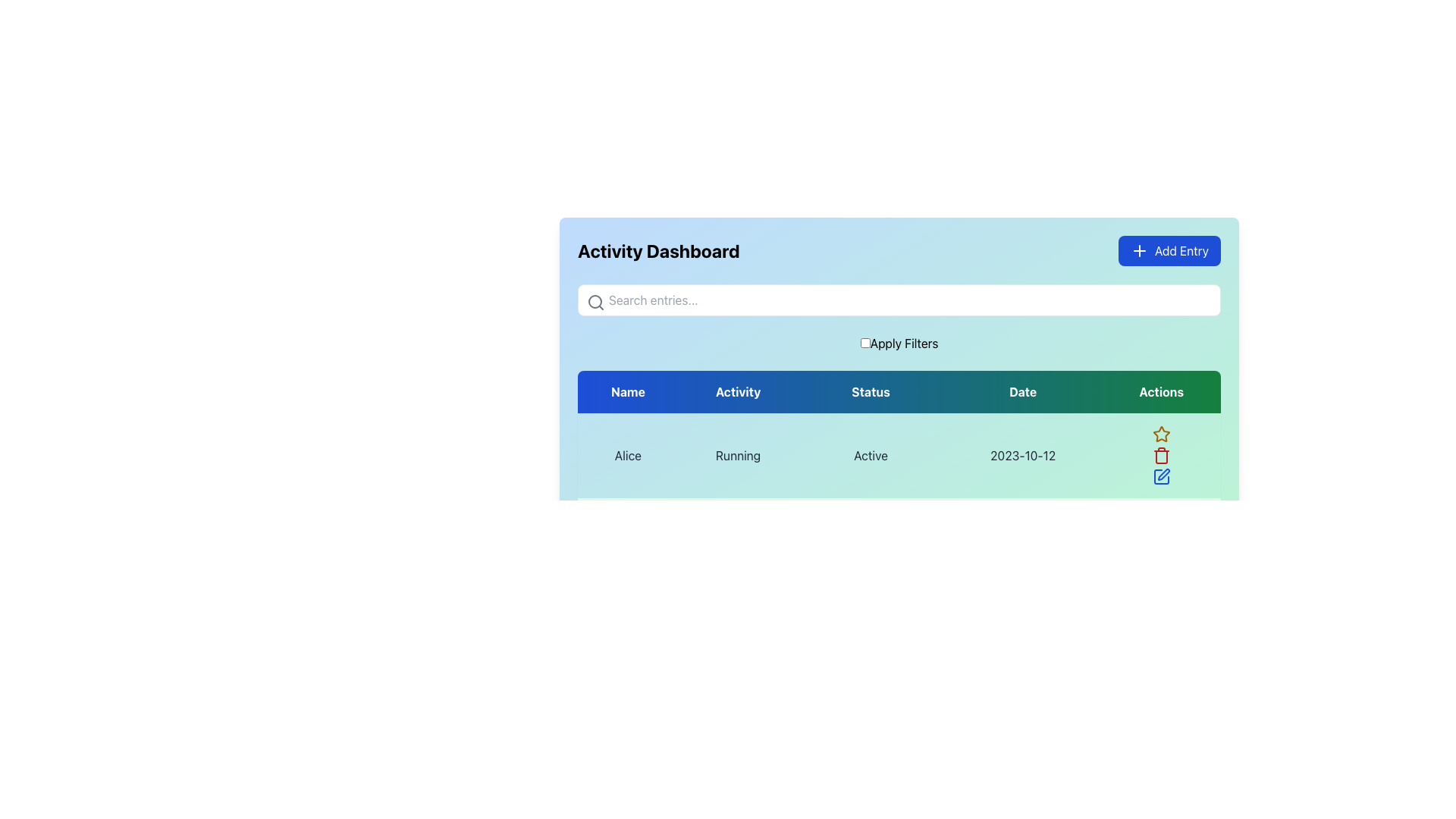  What do you see at coordinates (1160, 455) in the screenshot?
I see `the vertically arranged group of three interactive icons (yellow star, red trash bin, blue pencil) in the 'Actions' column of the table for the entry 'Alice'` at bounding box center [1160, 455].